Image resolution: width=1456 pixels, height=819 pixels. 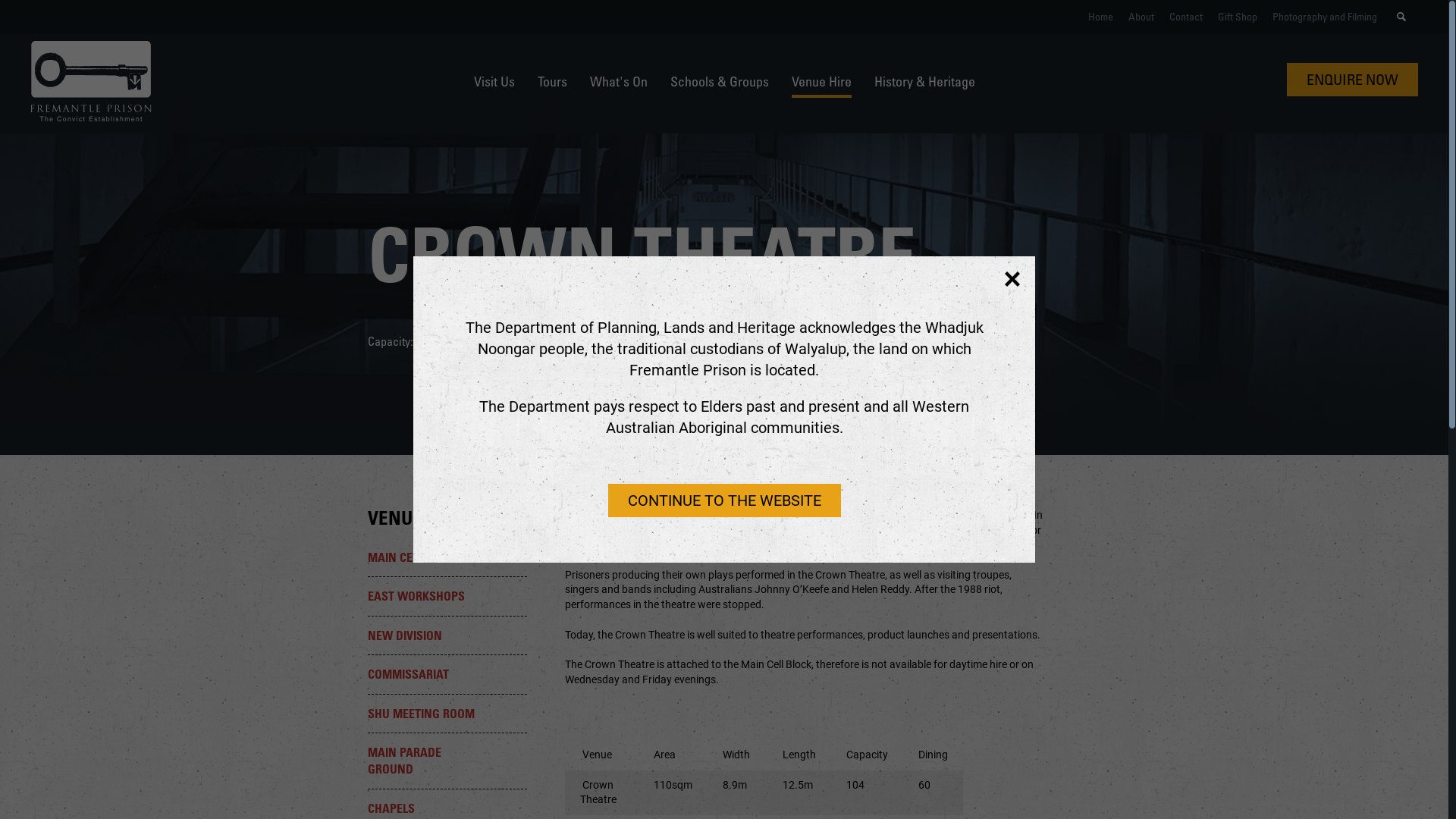 What do you see at coordinates (447, 760) in the screenshot?
I see `'MAIN PARADE GROUND'` at bounding box center [447, 760].